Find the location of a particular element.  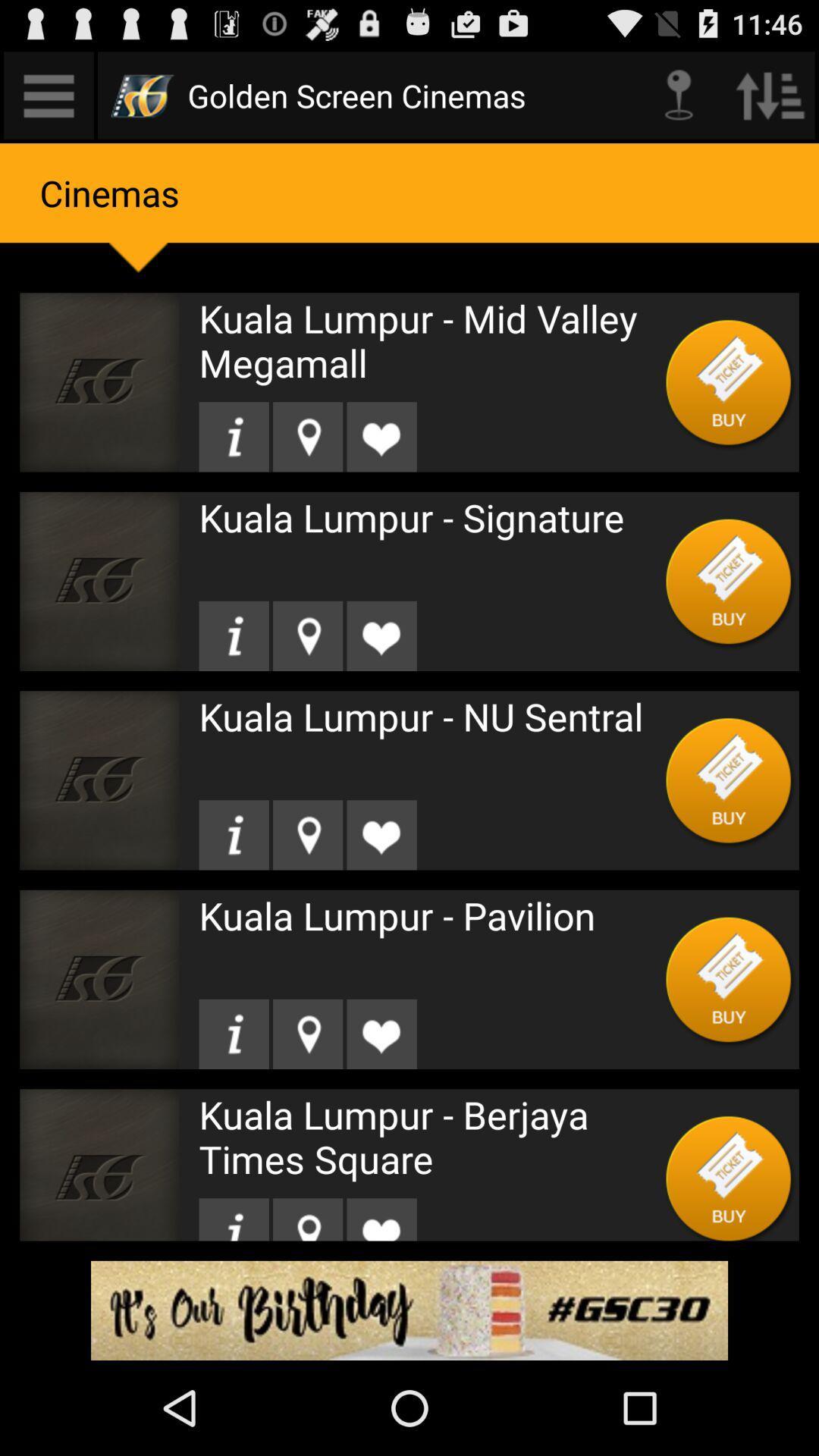

sort by is located at coordinates (770, 94).